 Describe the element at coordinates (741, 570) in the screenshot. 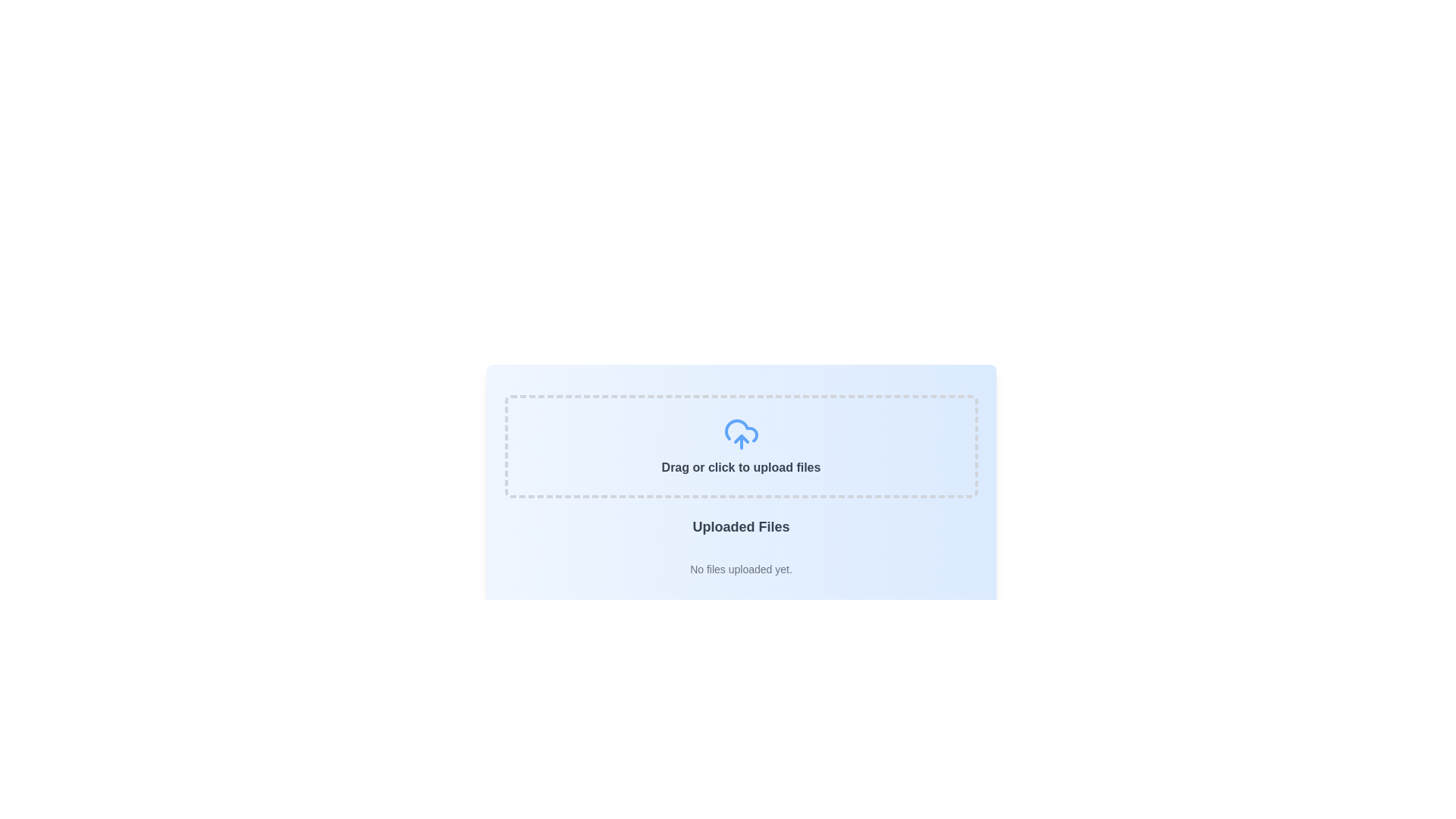

I see `the text label indicating that no files have been uploaded yet, which is located directly beneath the 'Uploaded Files' heading` at that location.